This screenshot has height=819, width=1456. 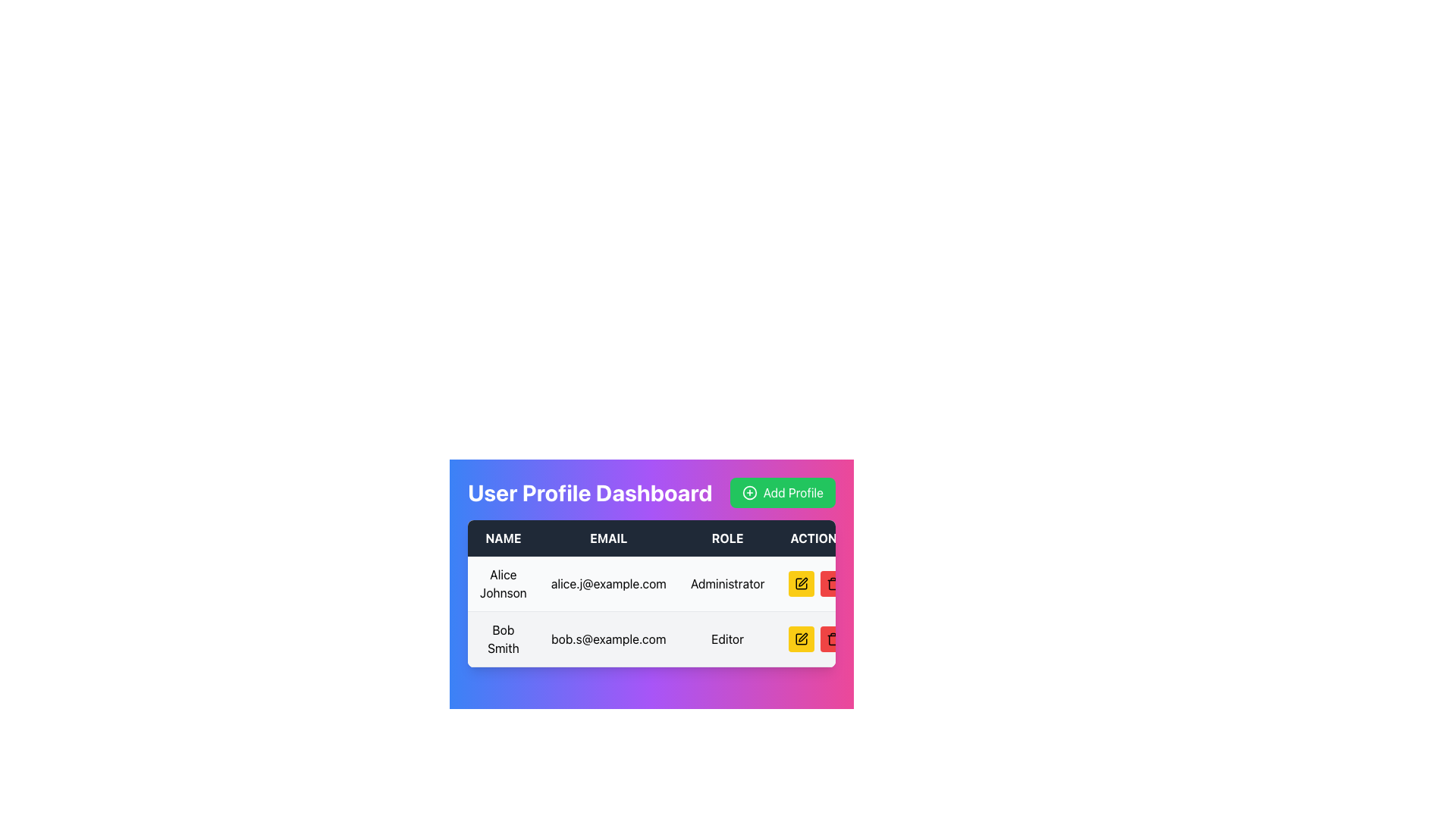 What do you see at coordinates (833, 639) in the screenshot?
I see `the red square-shaped button with rounded corners and a trash bin icon` at bounding box center [833, 639].